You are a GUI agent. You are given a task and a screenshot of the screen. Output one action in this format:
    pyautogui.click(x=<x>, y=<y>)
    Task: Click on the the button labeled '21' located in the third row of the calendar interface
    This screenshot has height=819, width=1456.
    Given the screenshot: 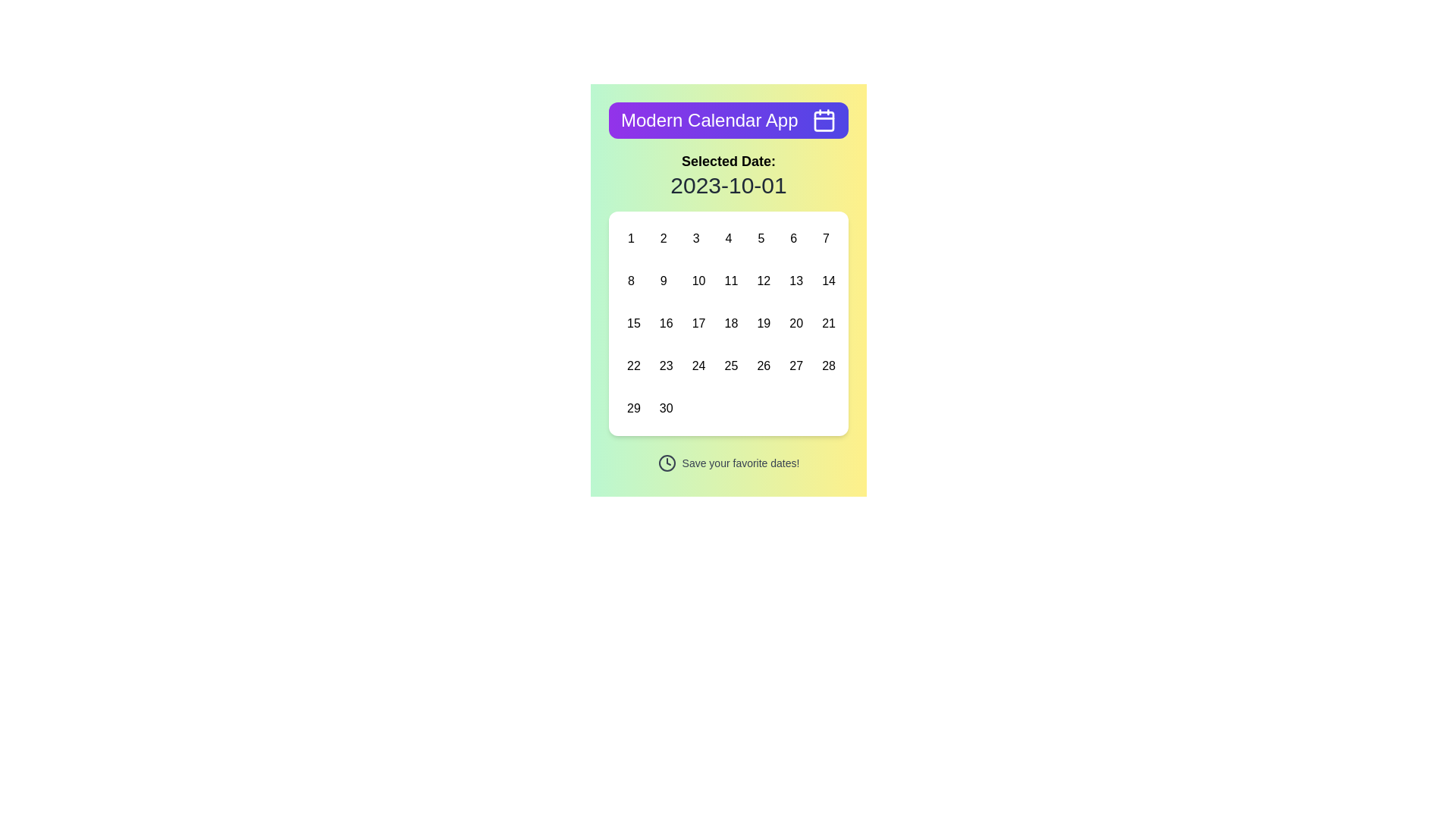 What is the action you would take?
    pyautogui.click(x=825, y=323)
    